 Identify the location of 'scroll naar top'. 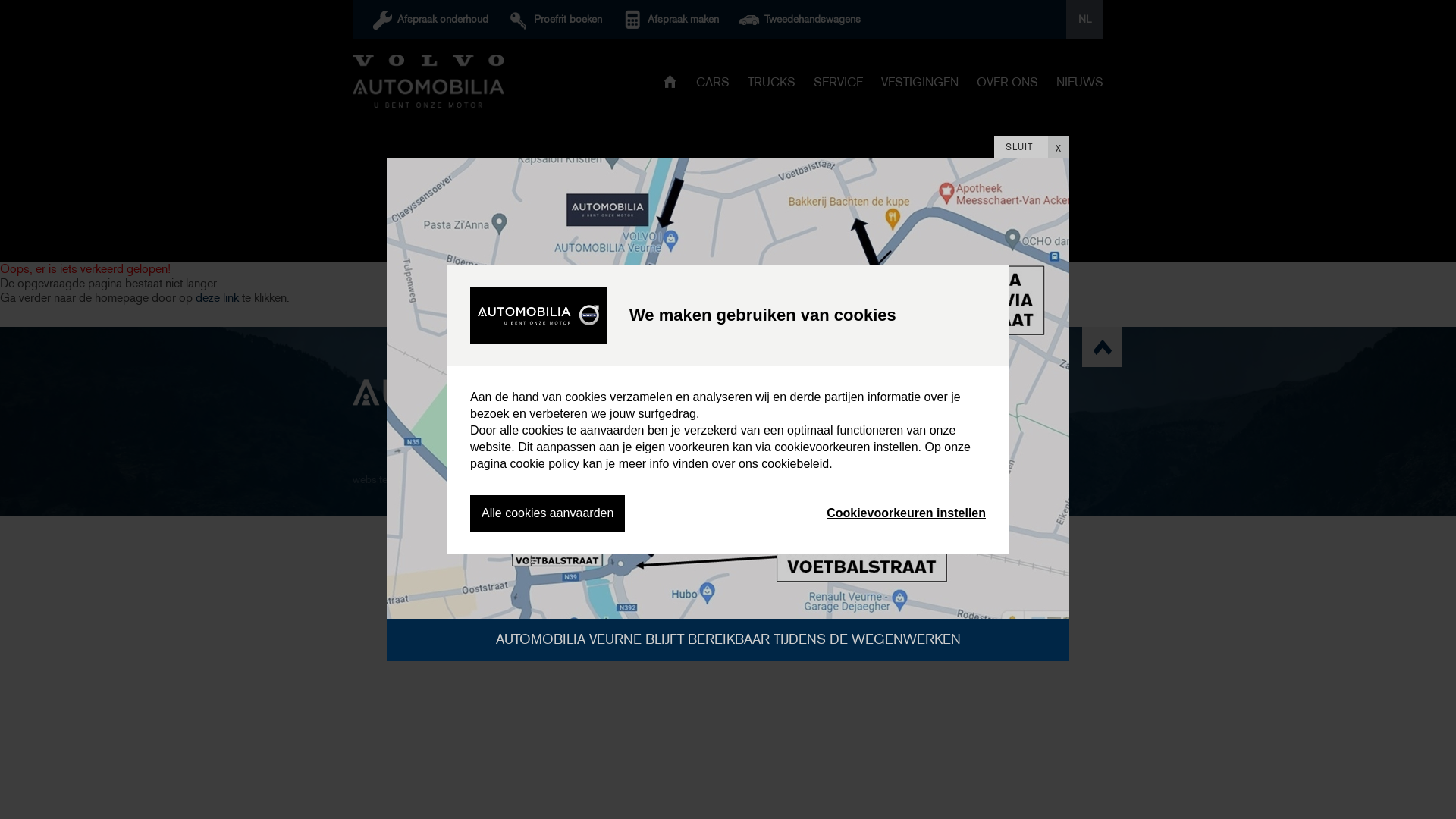
(1081, 347).